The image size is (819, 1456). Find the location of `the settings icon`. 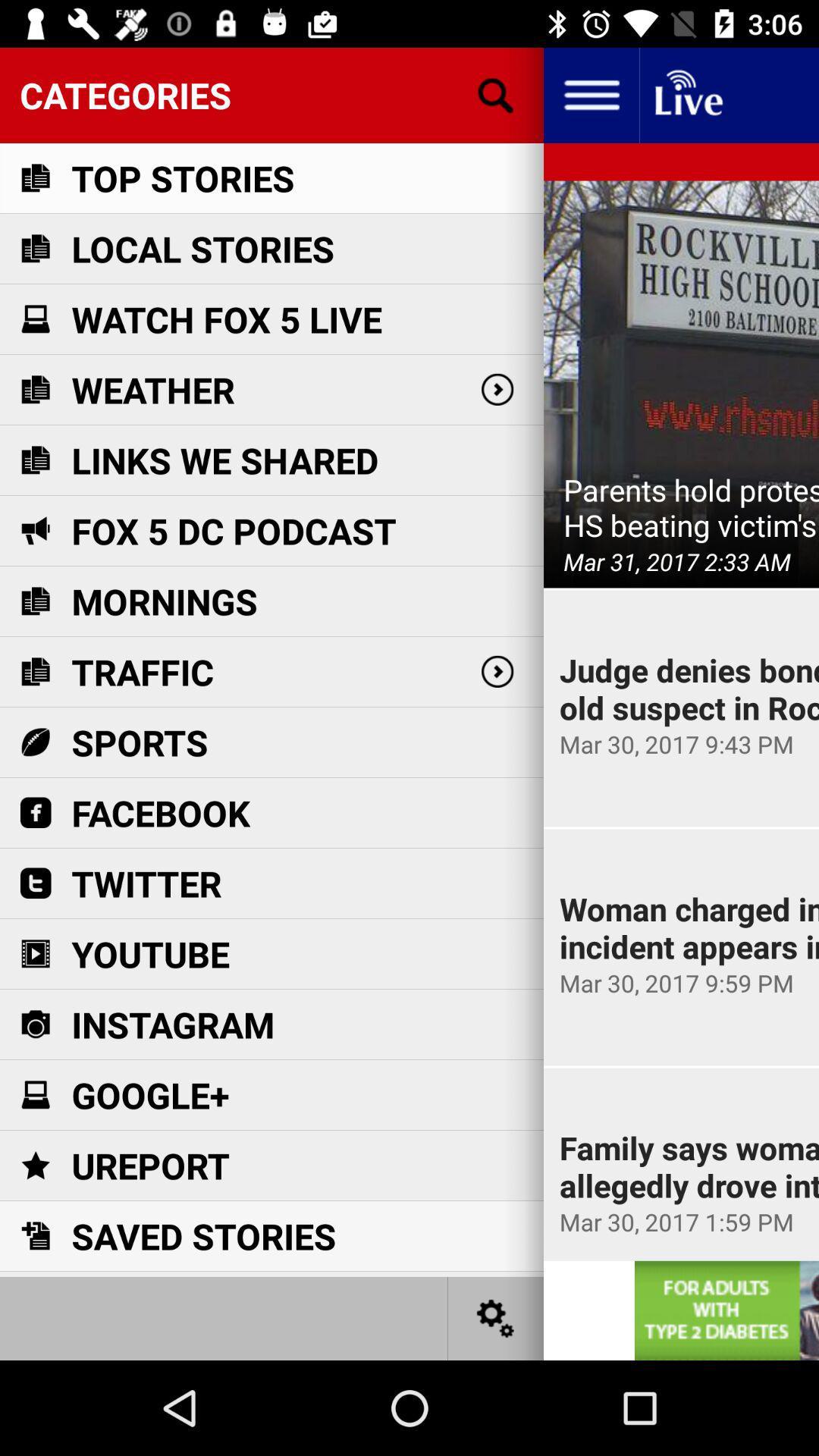

the settings icon is located at coordinates (496, 1317).